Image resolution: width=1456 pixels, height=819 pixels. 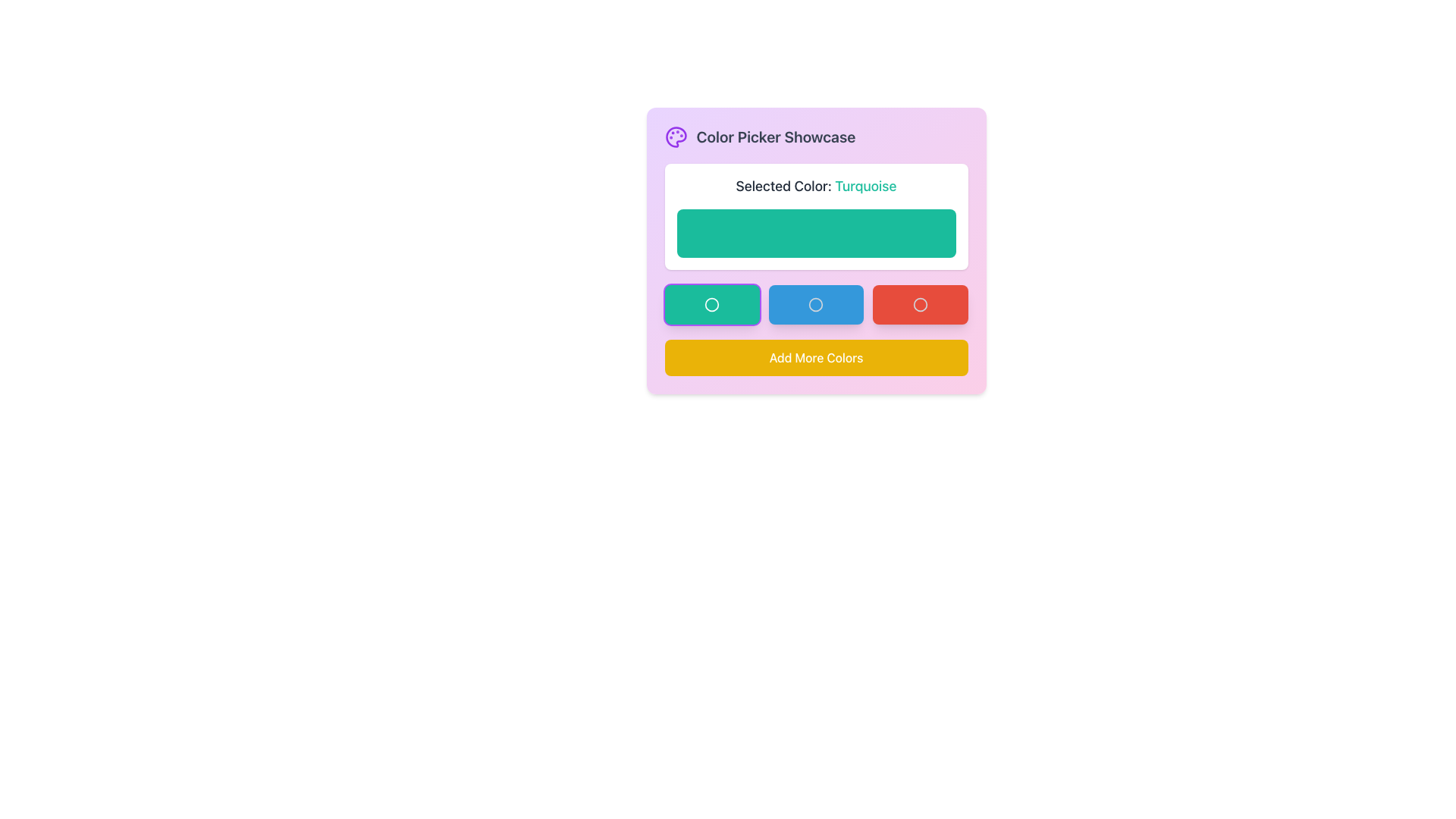 What do you see at coordinates (815, 268) in the screenshot?
I see `the Informational display panel that shows the currently selected color, located below the 'Color Picker Showcase' header and above the color selection grid` at bounding box center [815, 268].